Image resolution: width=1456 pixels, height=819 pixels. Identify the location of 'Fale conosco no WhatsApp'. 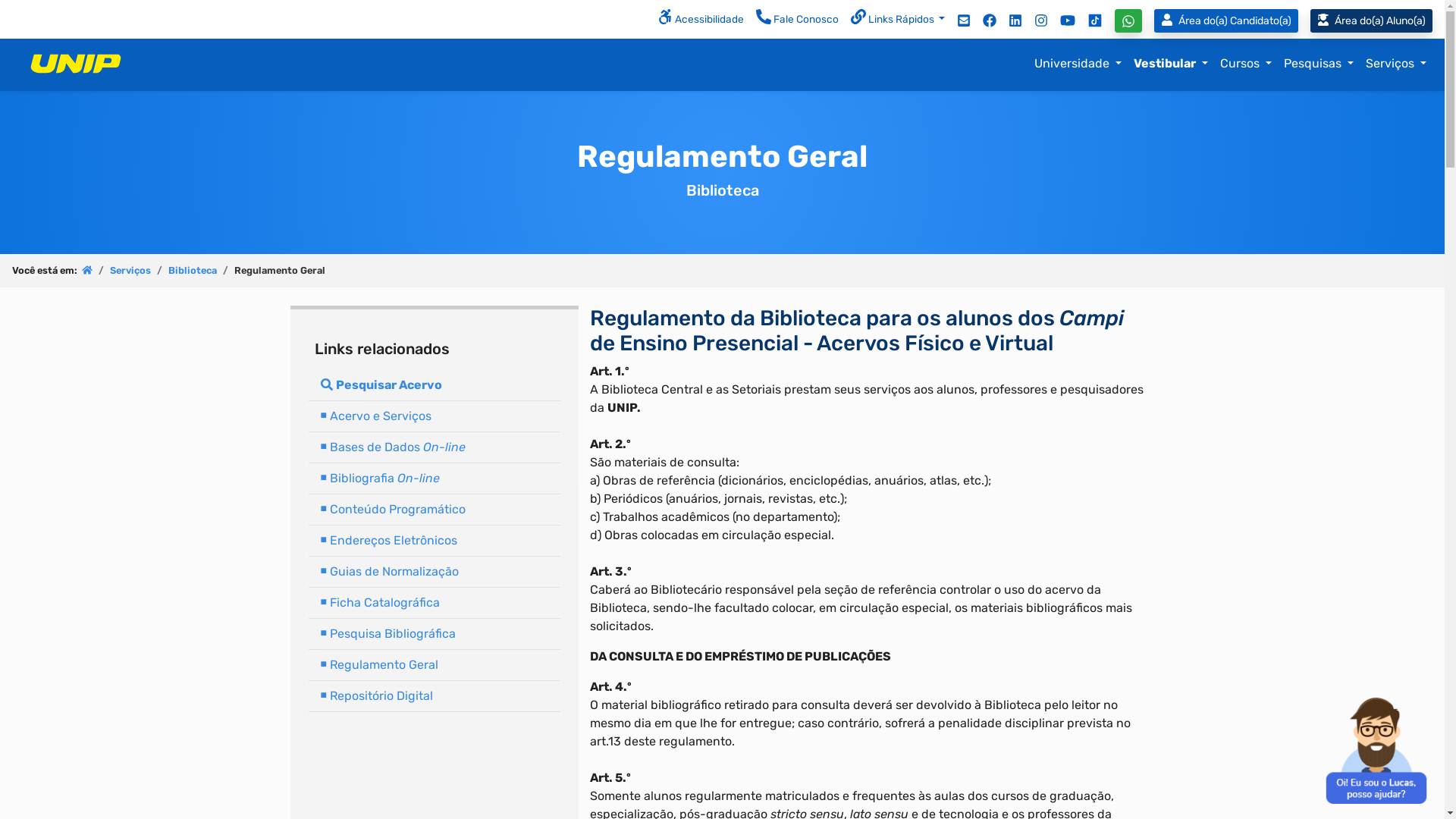
(1128, 20).